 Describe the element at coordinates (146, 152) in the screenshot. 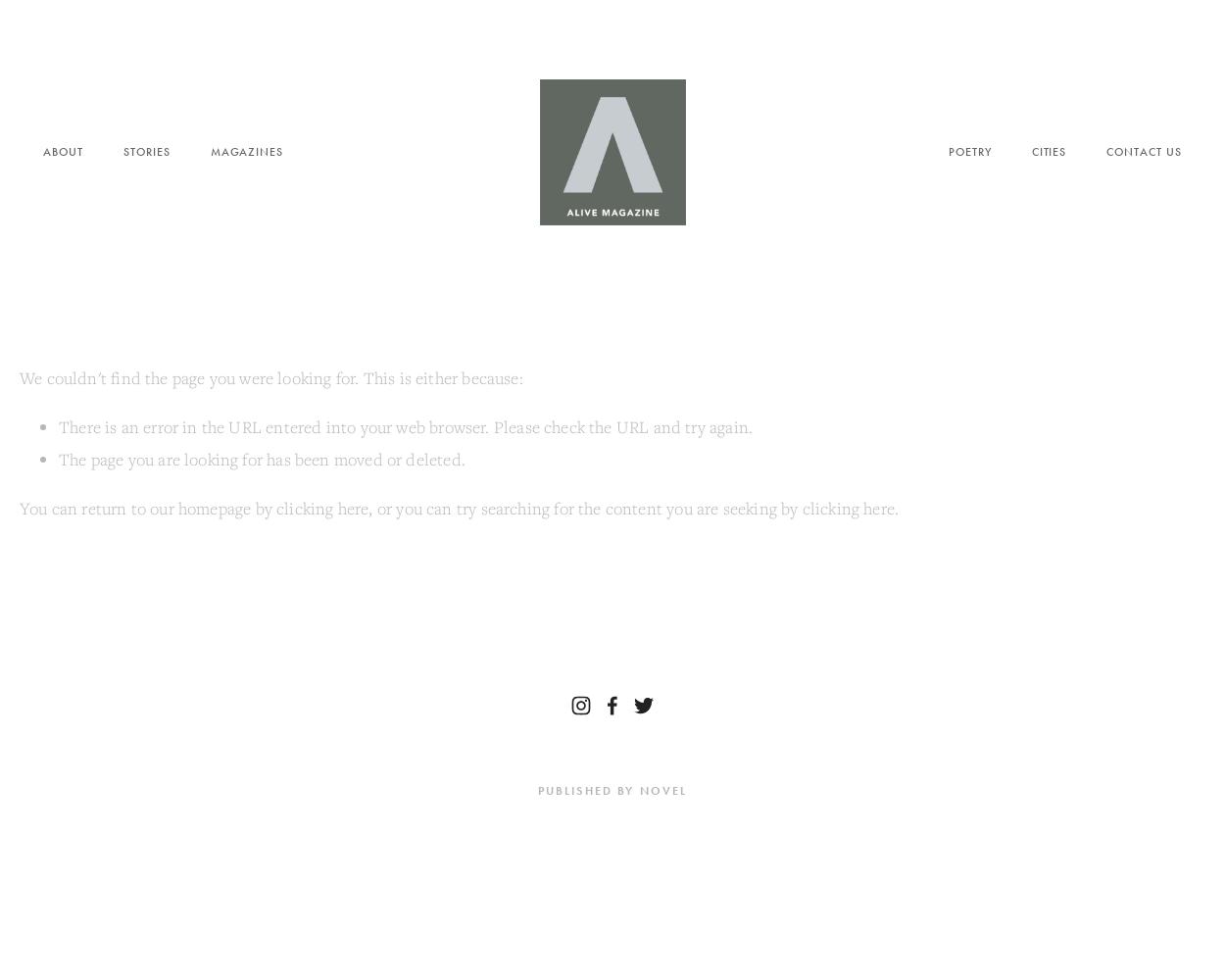

I see `'Stories'` at that location.